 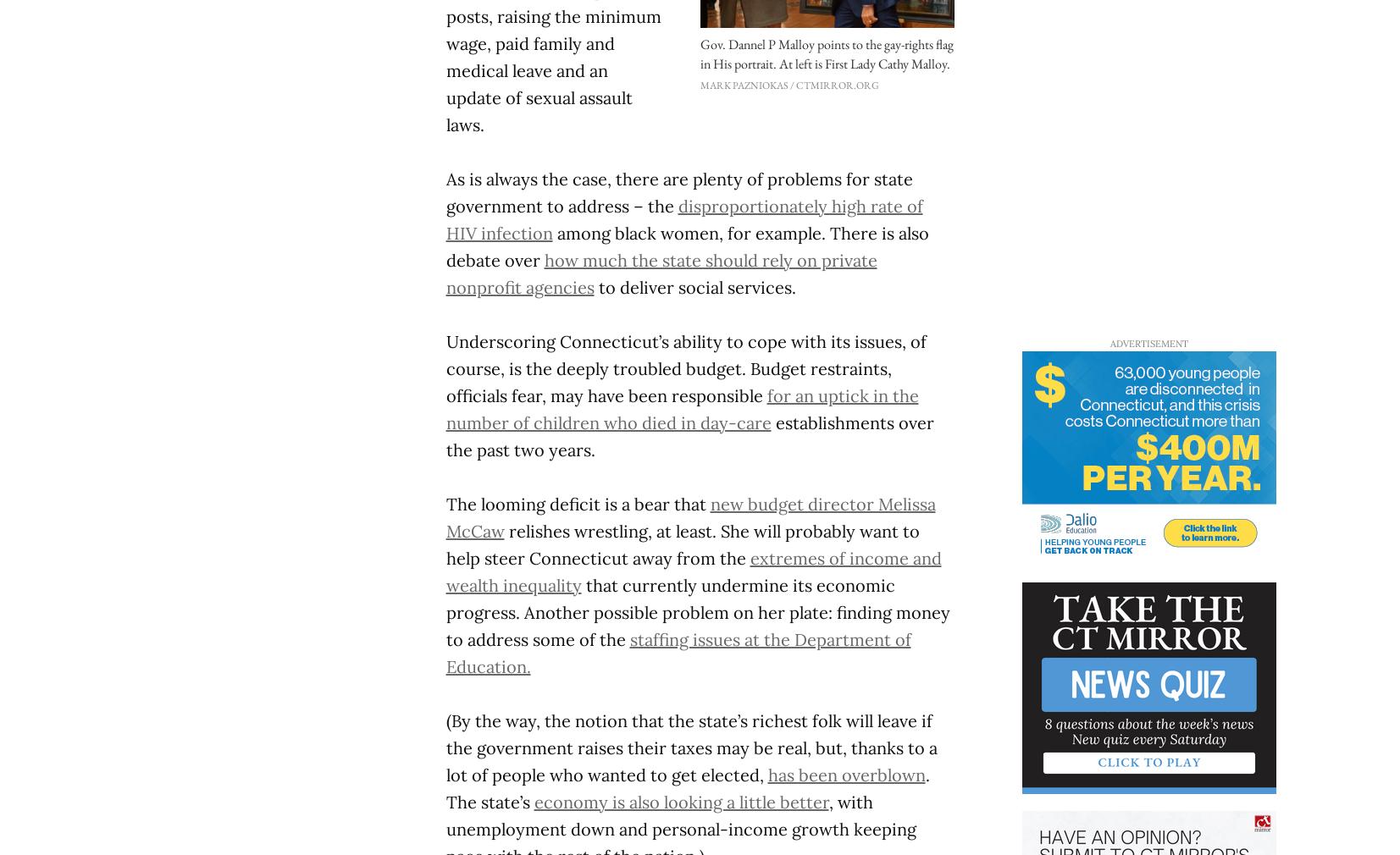 What do you see at coordinates (660, 273) in the screenshot?
I see `'how much the state should rely on private nonprofit agencies'` at bounding box center [660, 273].